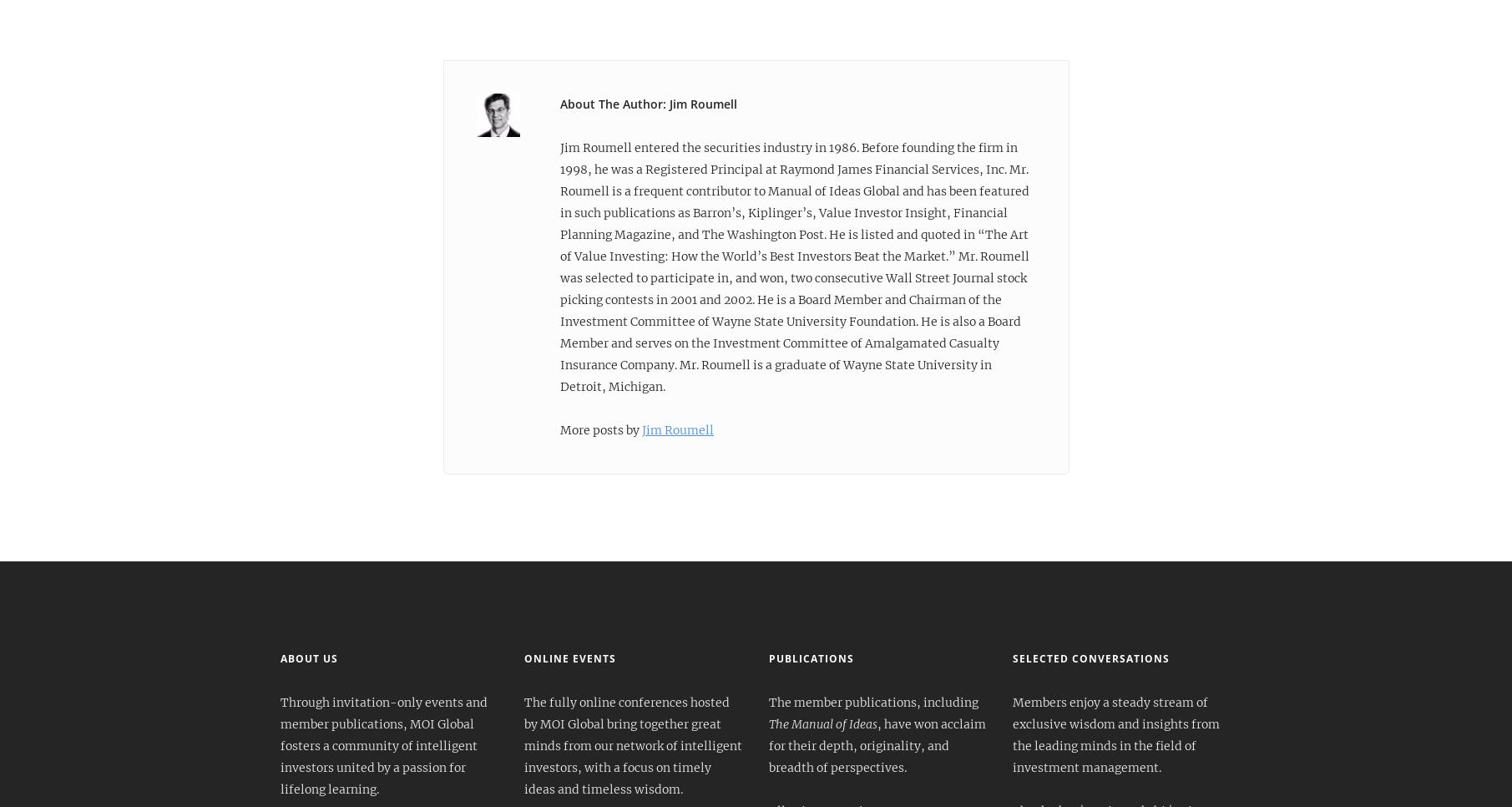 The image size is (1512, 807). I want to click on 'The Manual of Ideas', so click(822, 723).